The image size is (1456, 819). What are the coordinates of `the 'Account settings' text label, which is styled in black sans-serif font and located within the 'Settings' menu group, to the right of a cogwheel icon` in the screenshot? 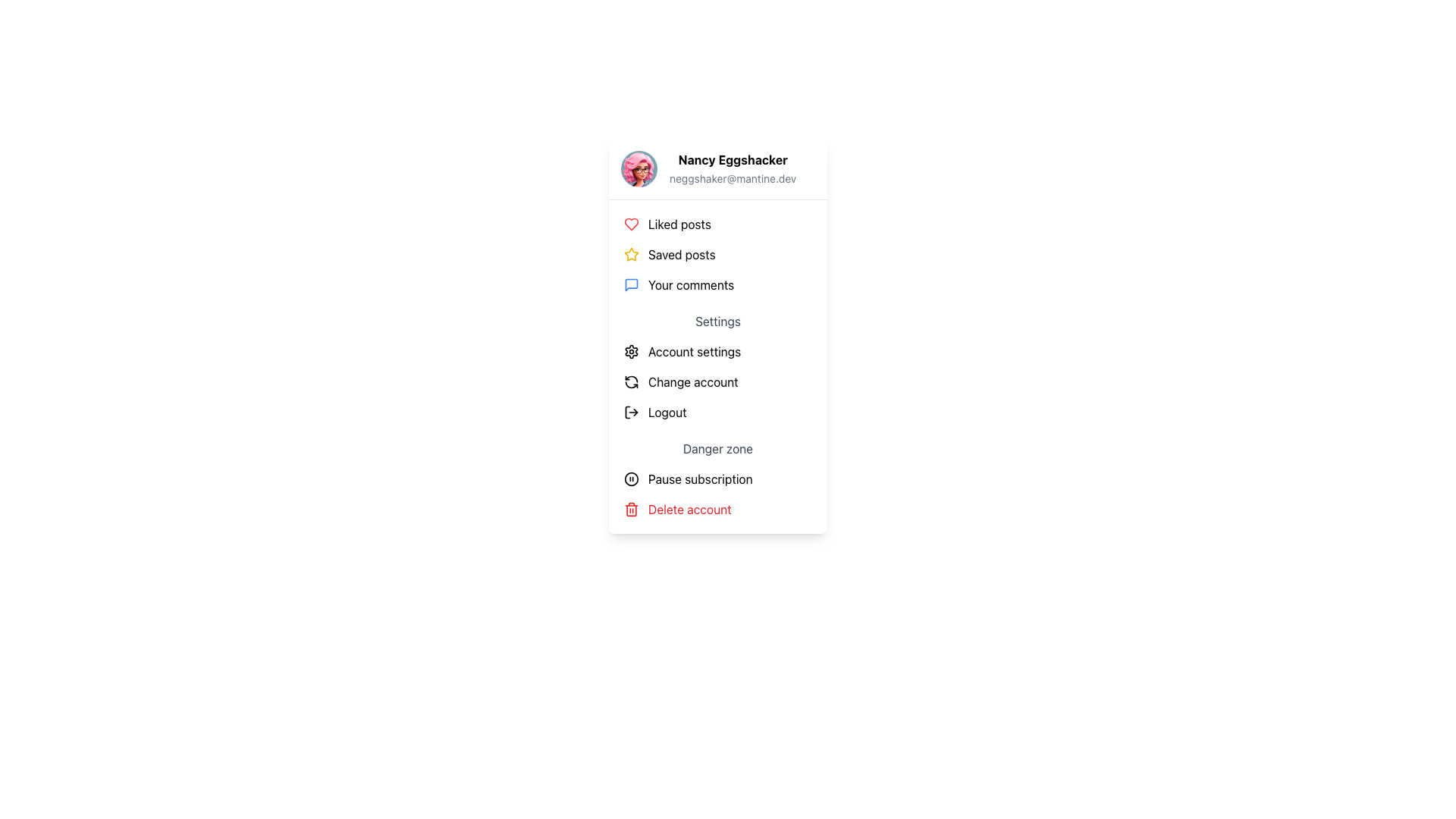 It's located at (694, 351).